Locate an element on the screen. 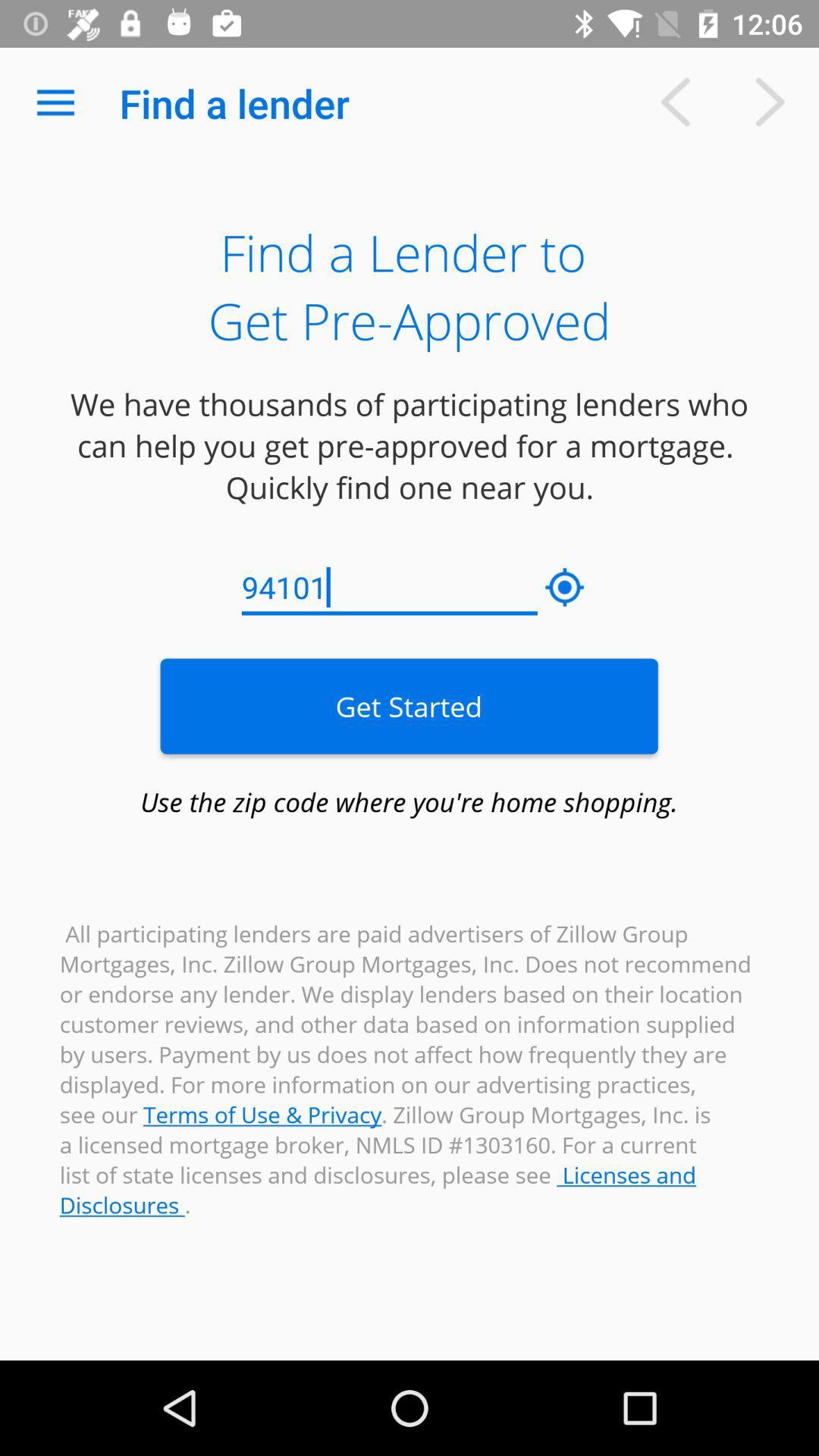 The image size is (819, 1456). item next to 94101 icon is located at coordinates (565, 587).